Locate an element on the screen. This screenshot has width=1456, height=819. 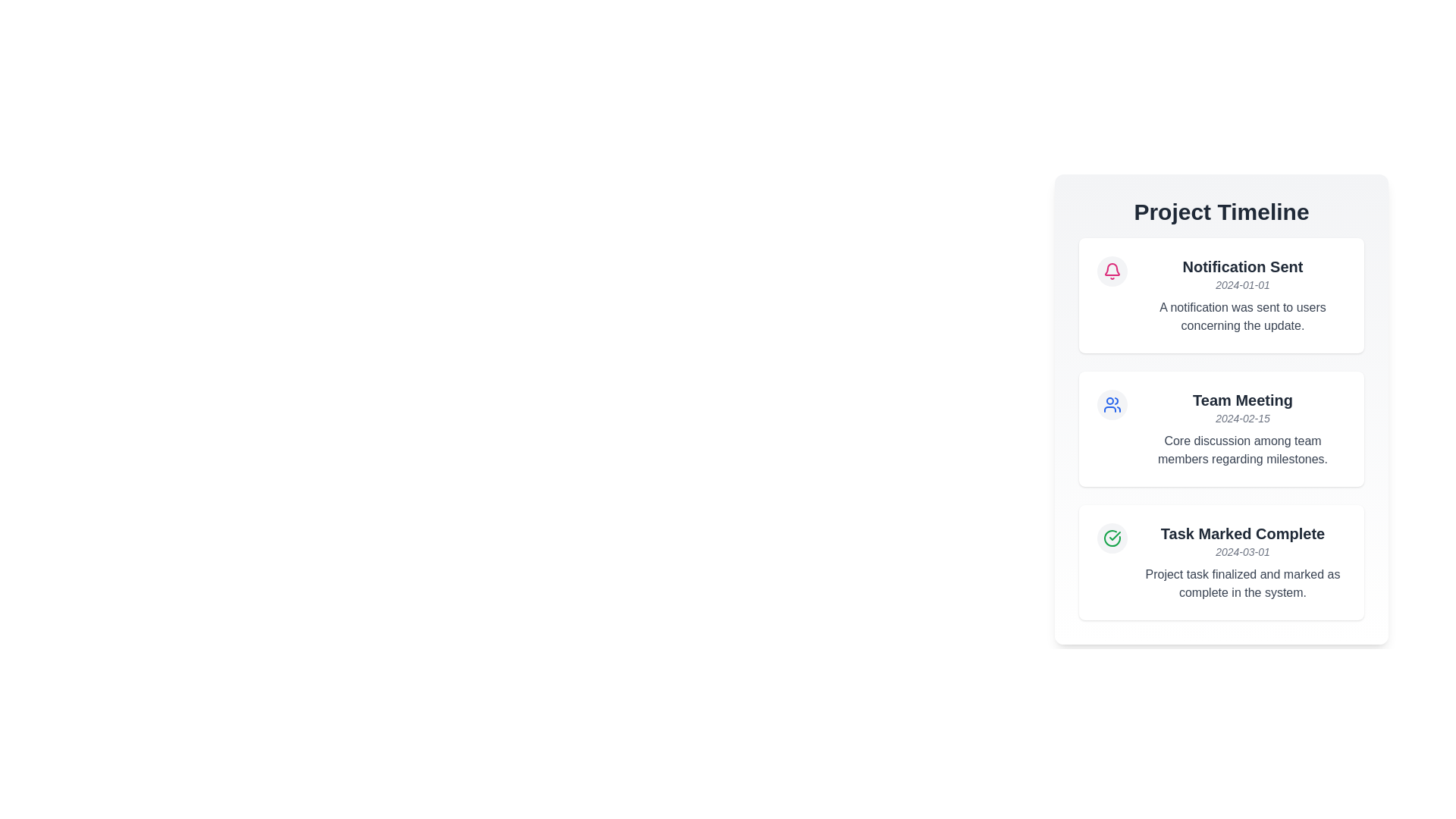
the completion icon located within the 'Task Marked Complete' card, positioned in the top-left corner near the associated text and date is located at coordinates (1112, 537).